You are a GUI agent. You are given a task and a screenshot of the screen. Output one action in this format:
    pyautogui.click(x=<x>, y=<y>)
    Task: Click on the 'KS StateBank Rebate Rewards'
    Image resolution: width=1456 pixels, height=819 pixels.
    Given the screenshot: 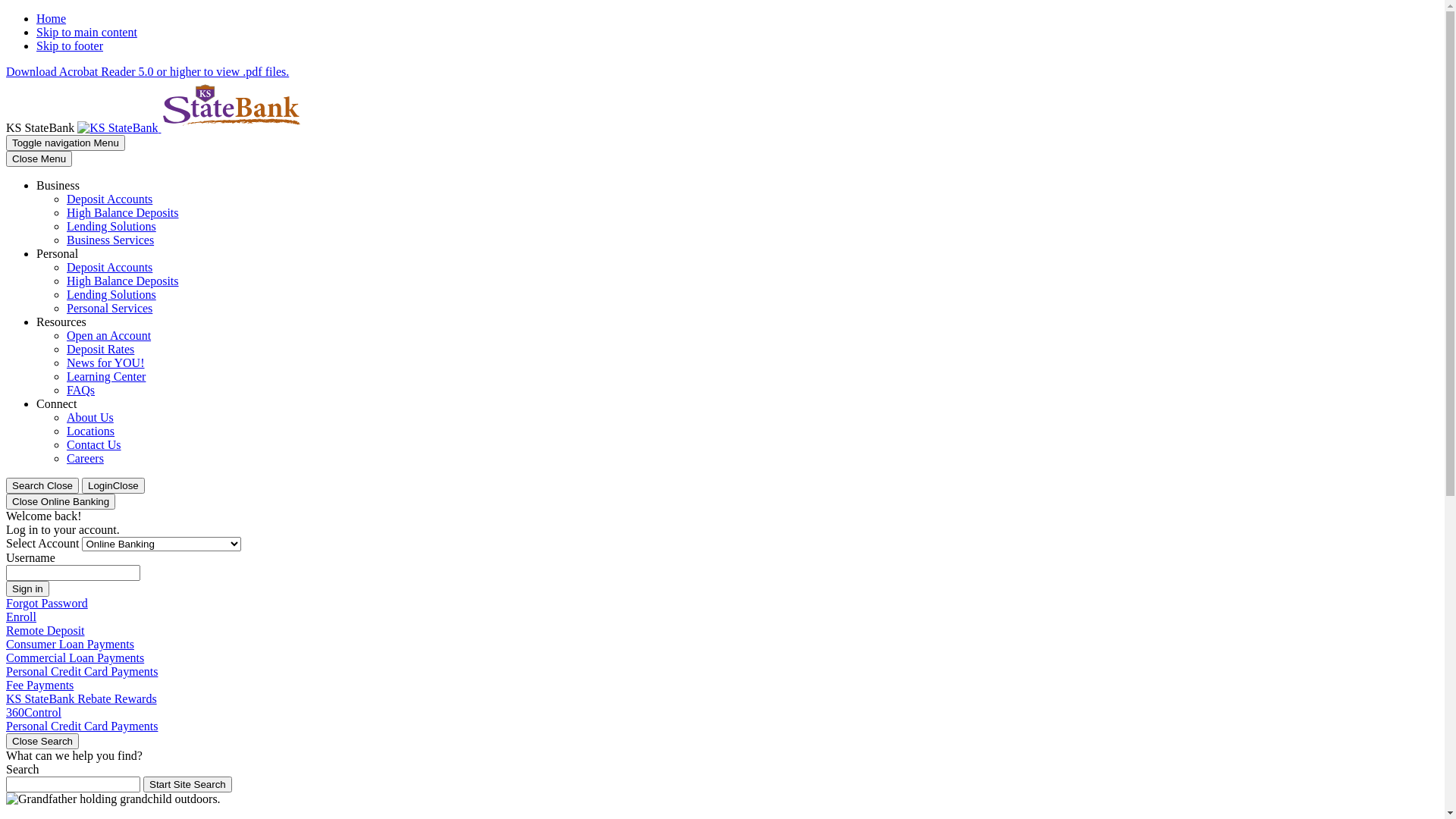 What is the action you would take?
    pyautogui.click(x=6, y=698)
    